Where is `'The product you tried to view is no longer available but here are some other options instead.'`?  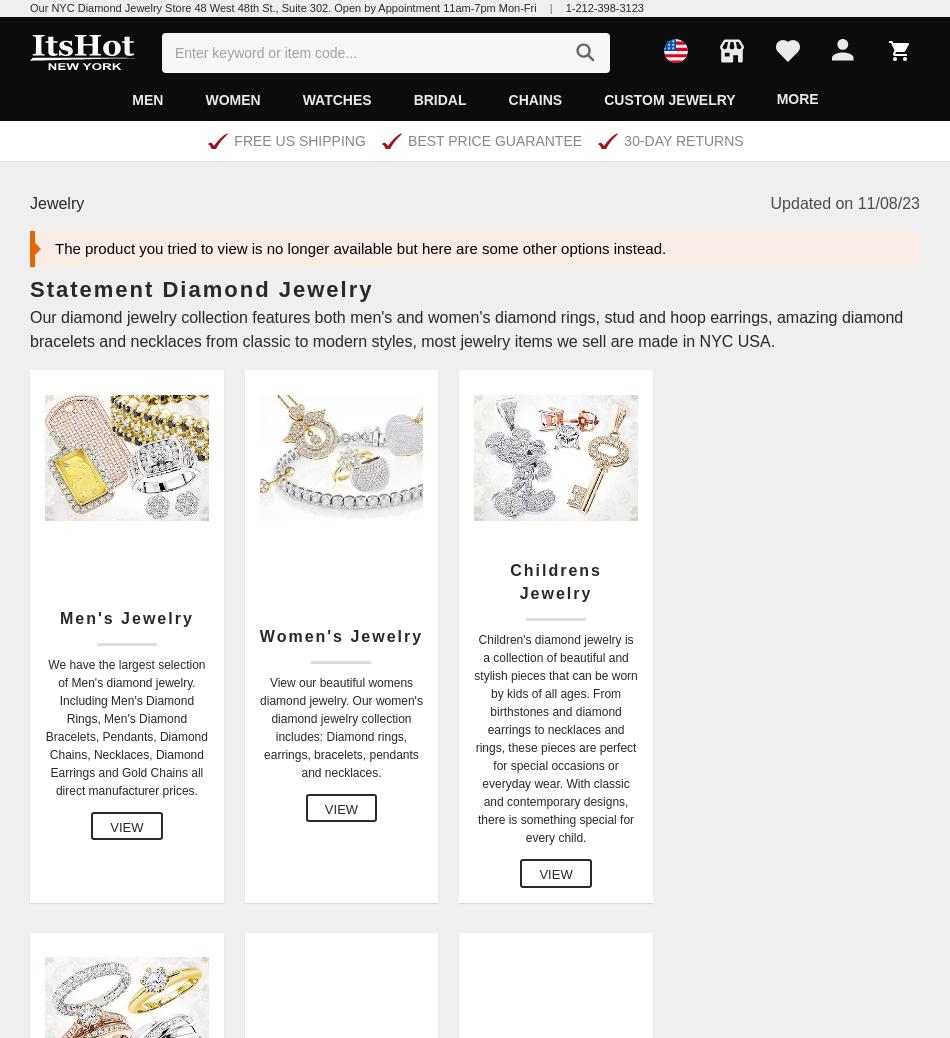 'The product you tried to view is no longer available but here are some other options instead.' is located at coordinates (55, 246).